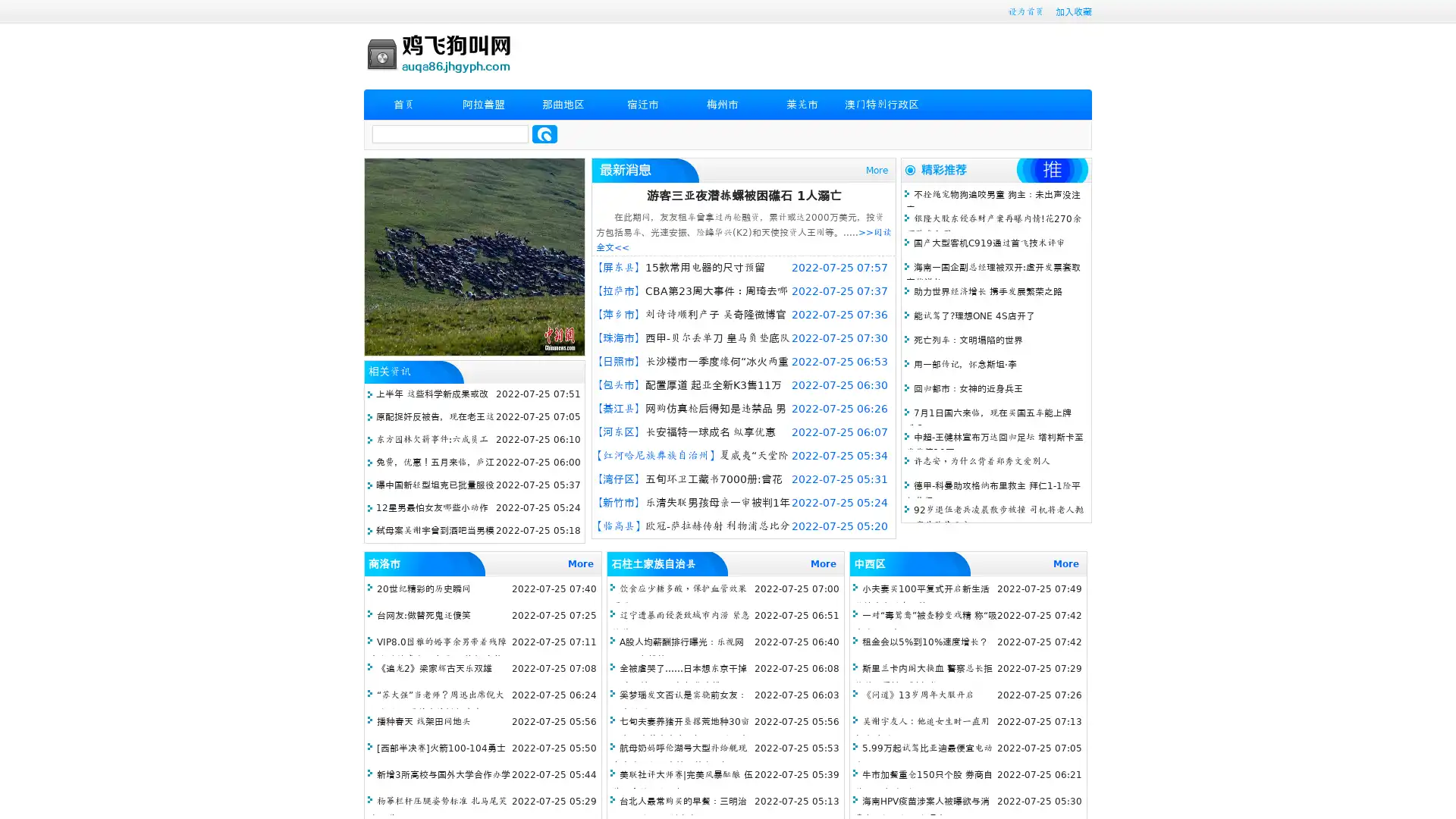 This screenshot has height=819, width=1456. Describe the element at coordinates (544, 133) in the screenshot. I see `Search` at that location.